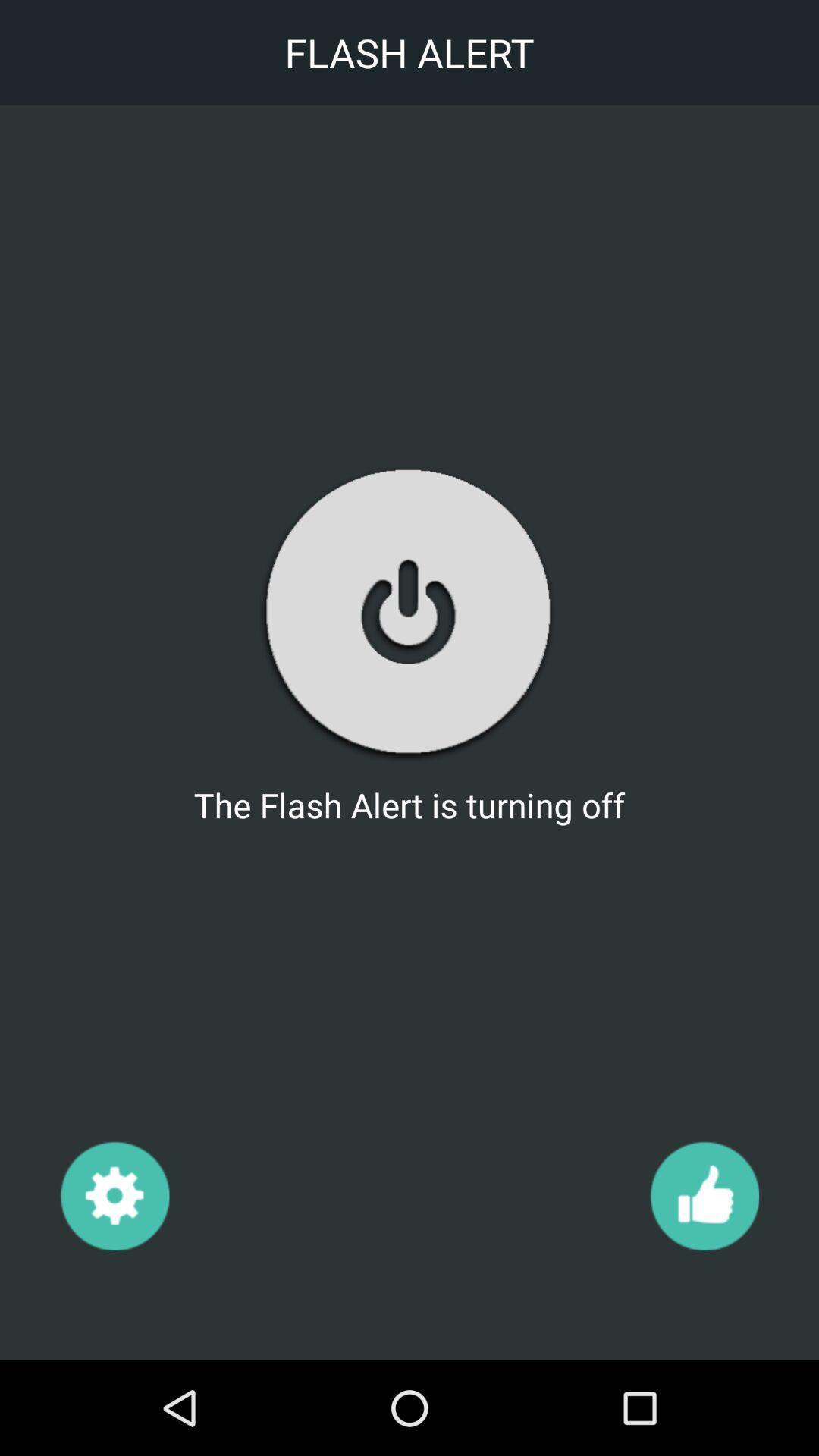 This screenshot has height=1456, width=819. I want to click on item below flash alert app, so click(704, 1194).